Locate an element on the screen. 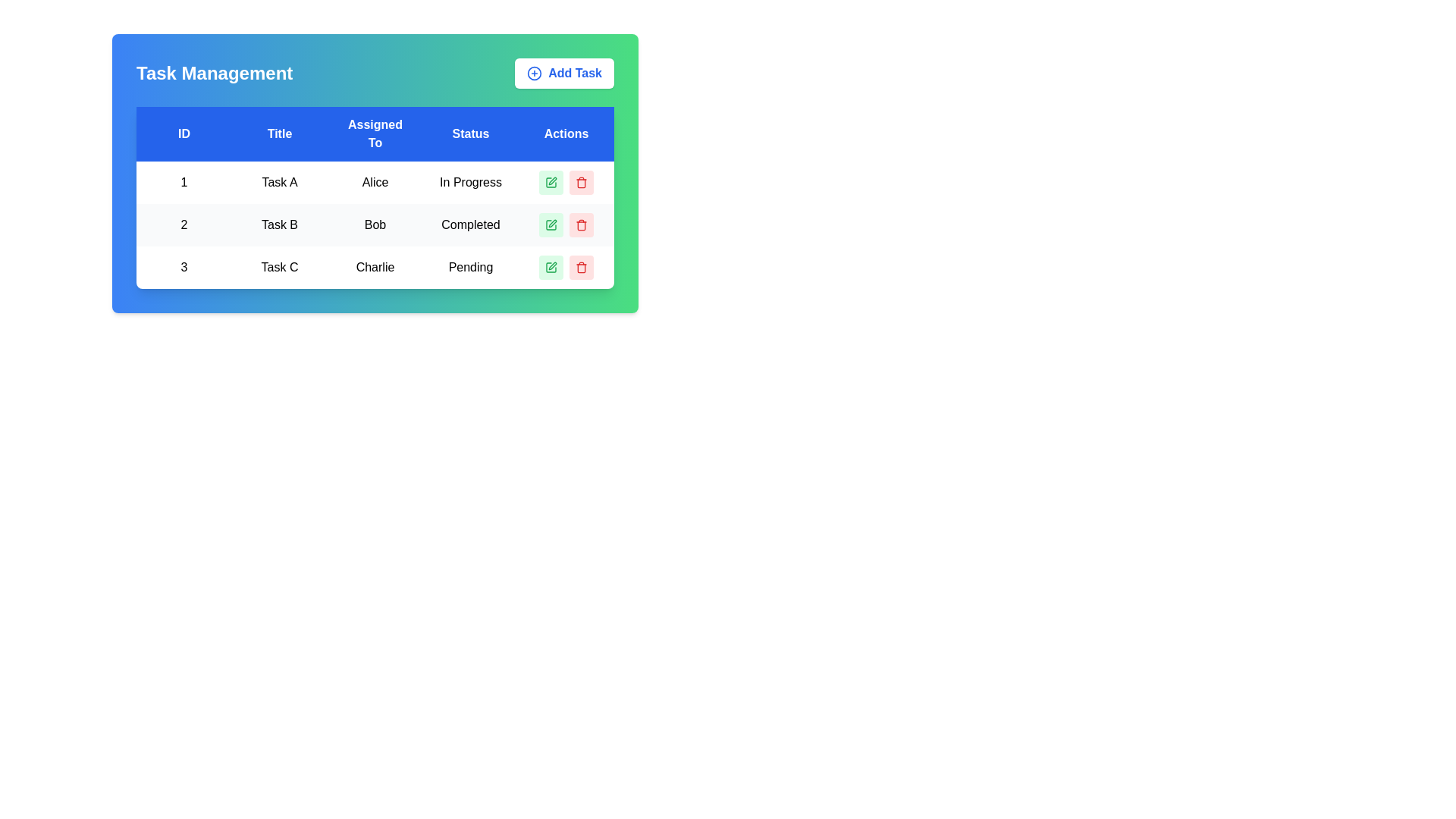 Image resolution: width=1456 pixels, height=819 pixels. the static text label displaying 'Task B' in the second column of the second row in the 'Task Management' table is located at coordinates (280, 225).